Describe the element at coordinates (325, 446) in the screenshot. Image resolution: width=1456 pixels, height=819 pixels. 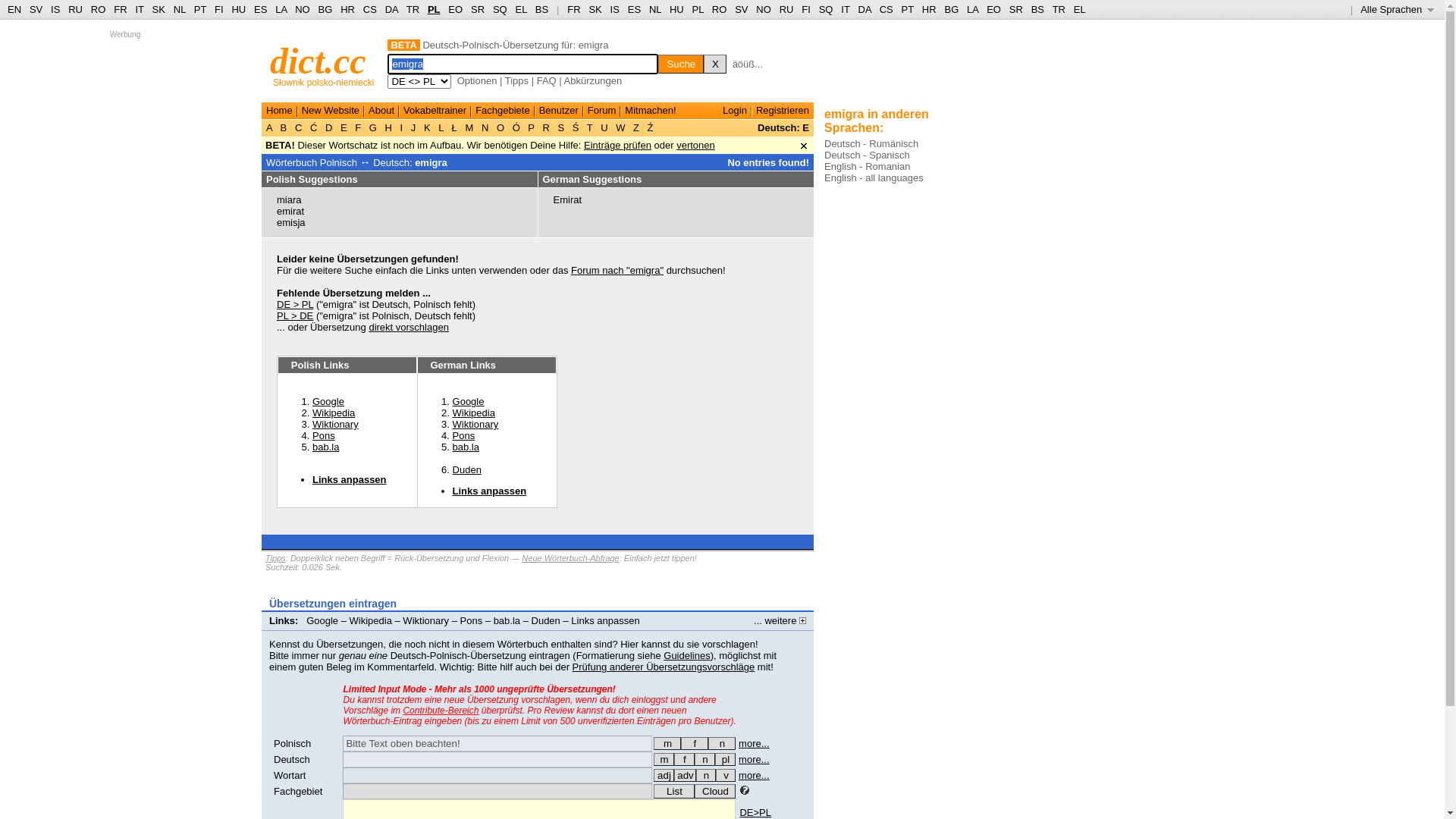
I see `'bab.la'` at that location.